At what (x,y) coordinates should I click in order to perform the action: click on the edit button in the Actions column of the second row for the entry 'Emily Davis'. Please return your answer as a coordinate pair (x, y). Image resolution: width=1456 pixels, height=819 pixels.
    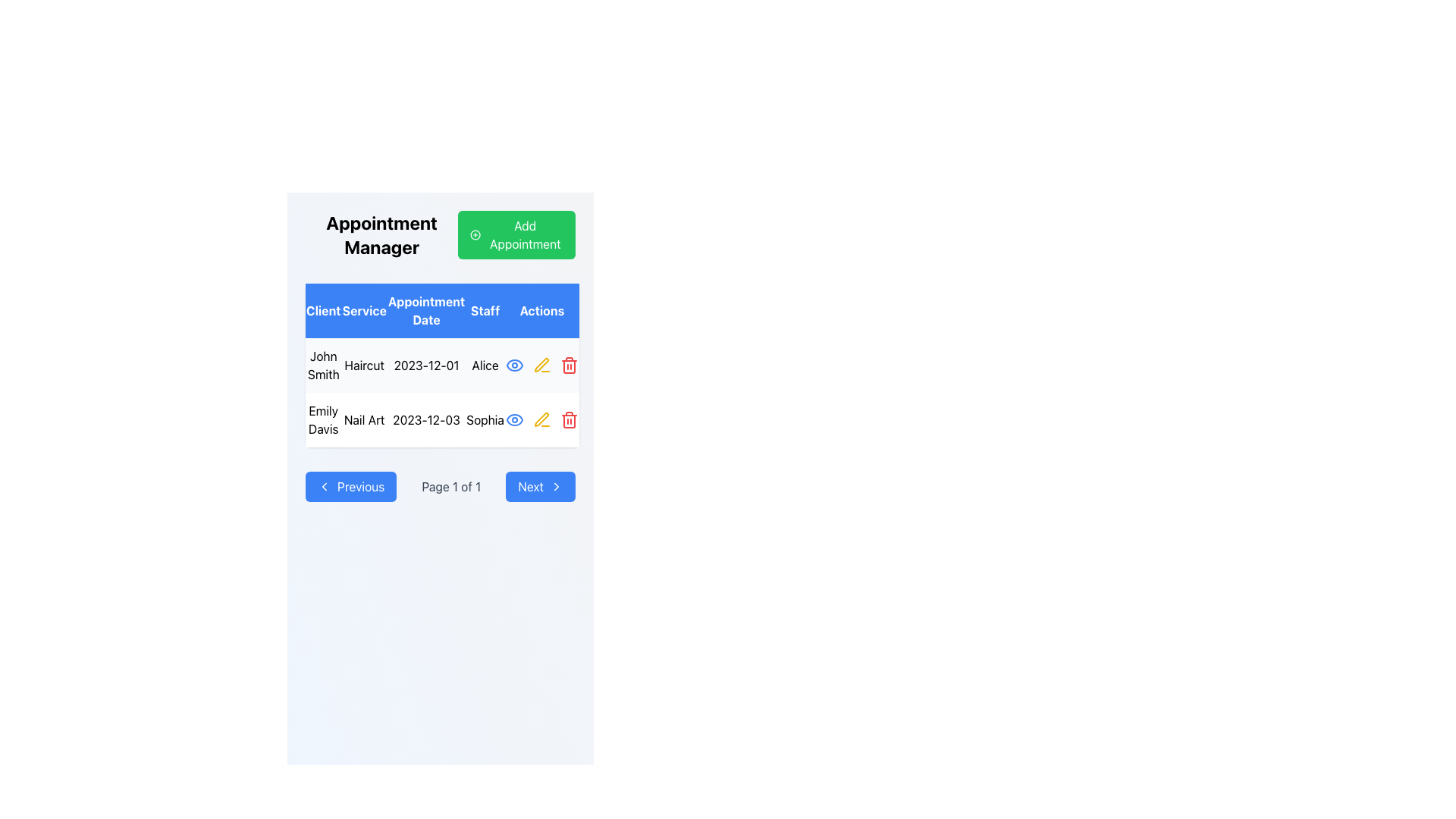
    Looking at the image, I should click on (541, 420).